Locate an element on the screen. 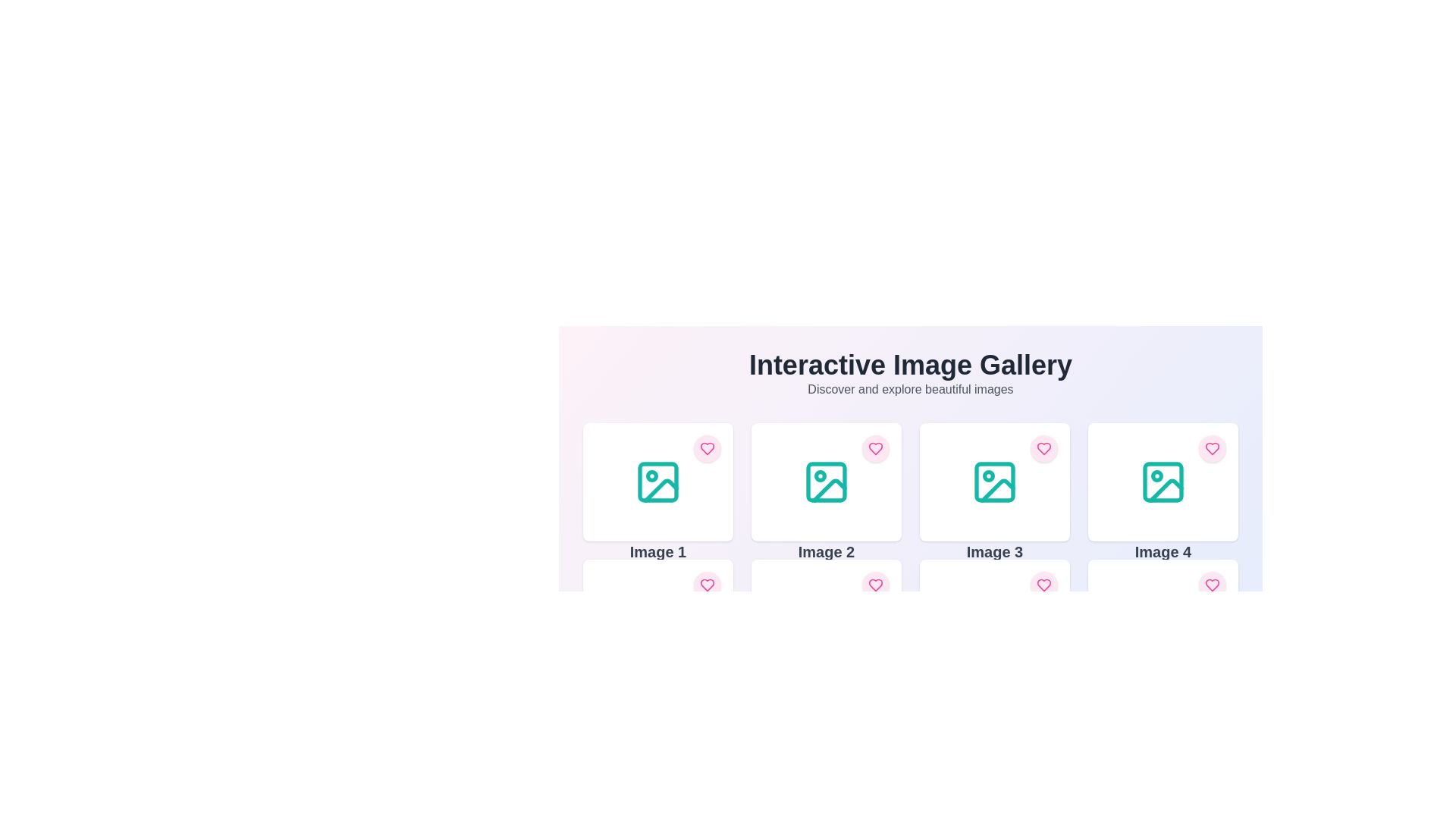  the Icon located centrally within the card labeled 'Image 3' is located at coordinates (994, 482).